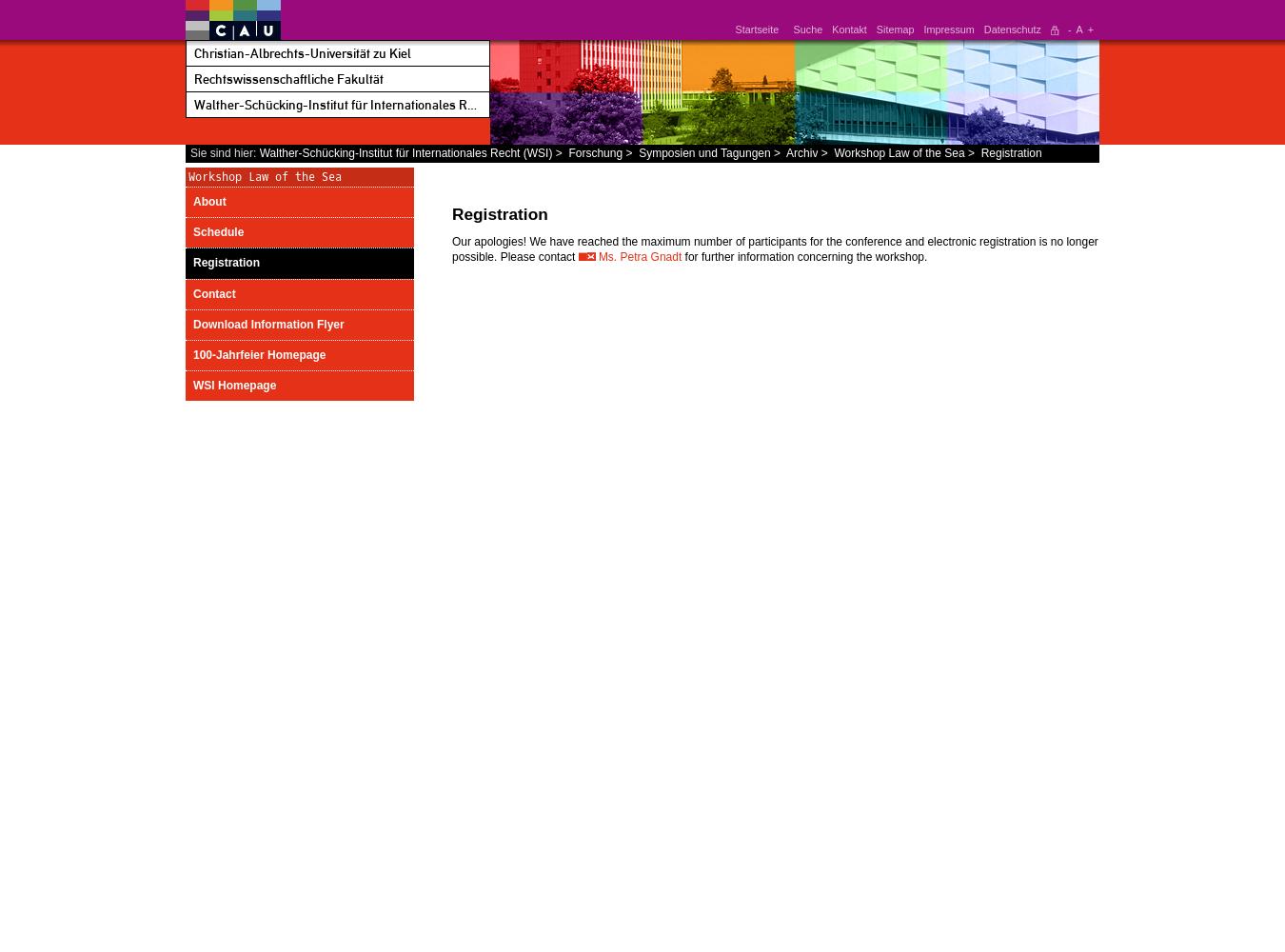 This screenshot has height=952, width=1285. Describe the element at coordinates (233, 386) in the screenshot. I see `'WSI Homepage'` at that location.